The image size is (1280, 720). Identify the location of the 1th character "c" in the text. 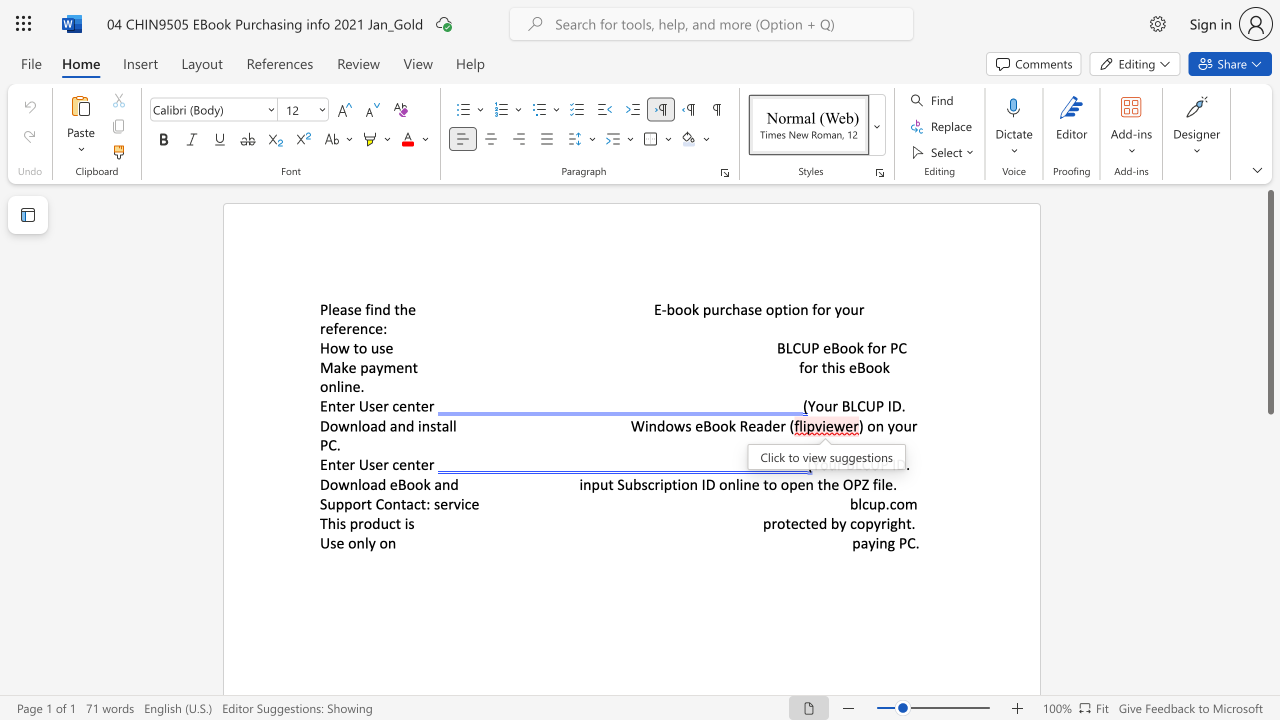
(395, 464).